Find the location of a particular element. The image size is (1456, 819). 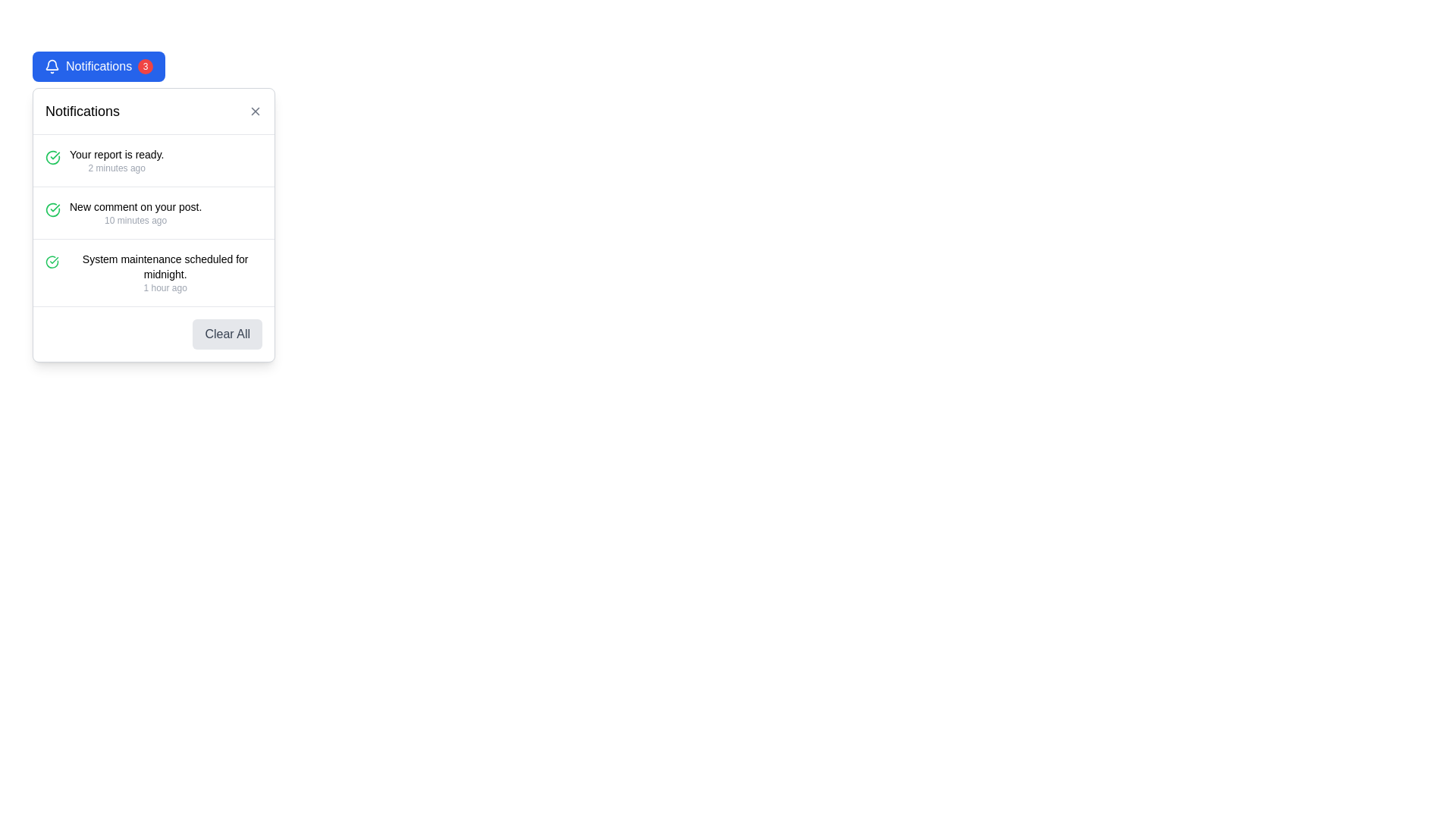

the Text Label that serves as the primary notification message related to the user's post, positioned above the time indicator '10 minutes ago' is located at coordinates (136, 207).